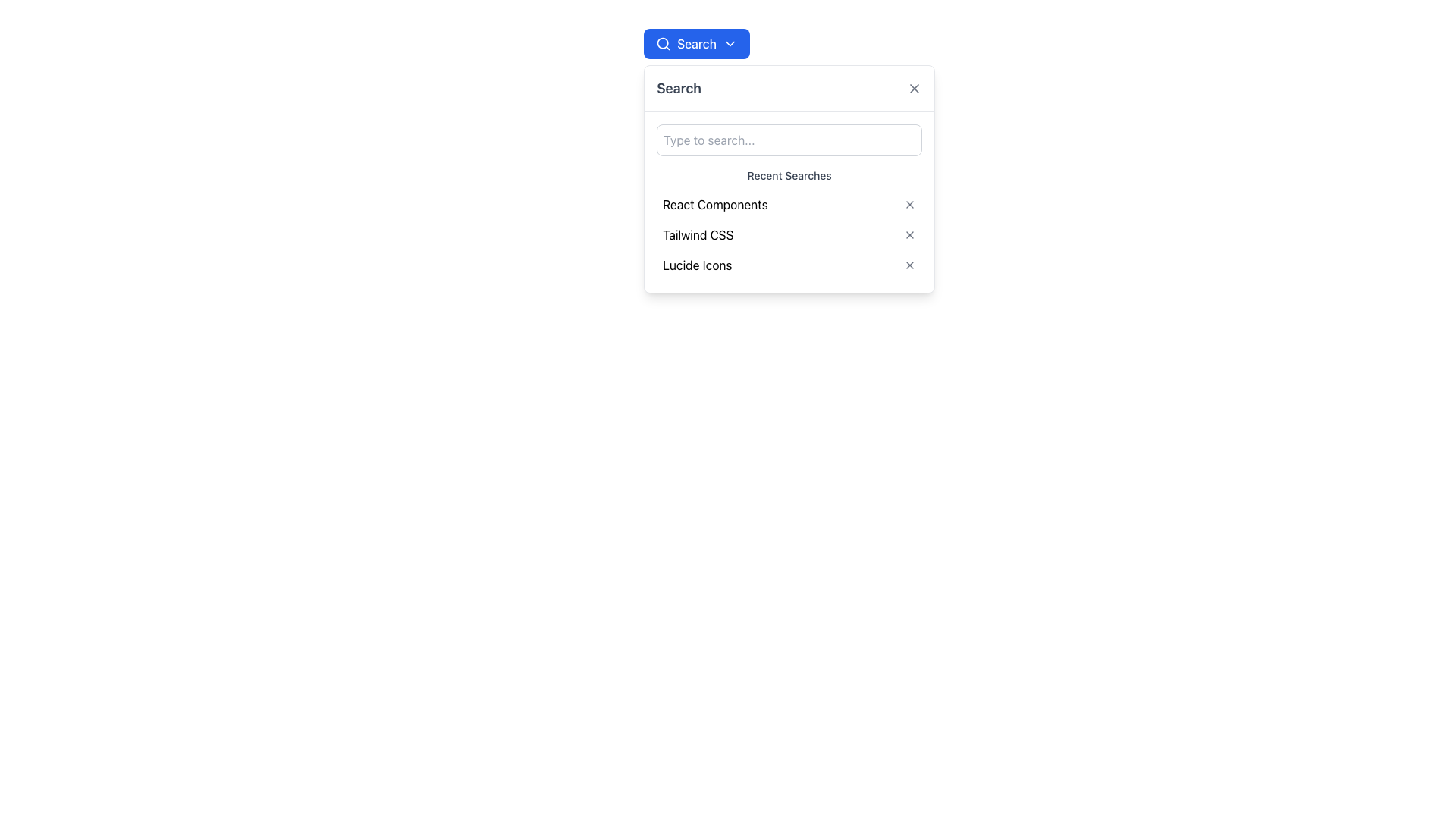  What do you see at coordinates (730, 42) in the screenshot?
I see `the downward-pointing chevron icon within the 'Search' button` at bounding box center [730, 42].